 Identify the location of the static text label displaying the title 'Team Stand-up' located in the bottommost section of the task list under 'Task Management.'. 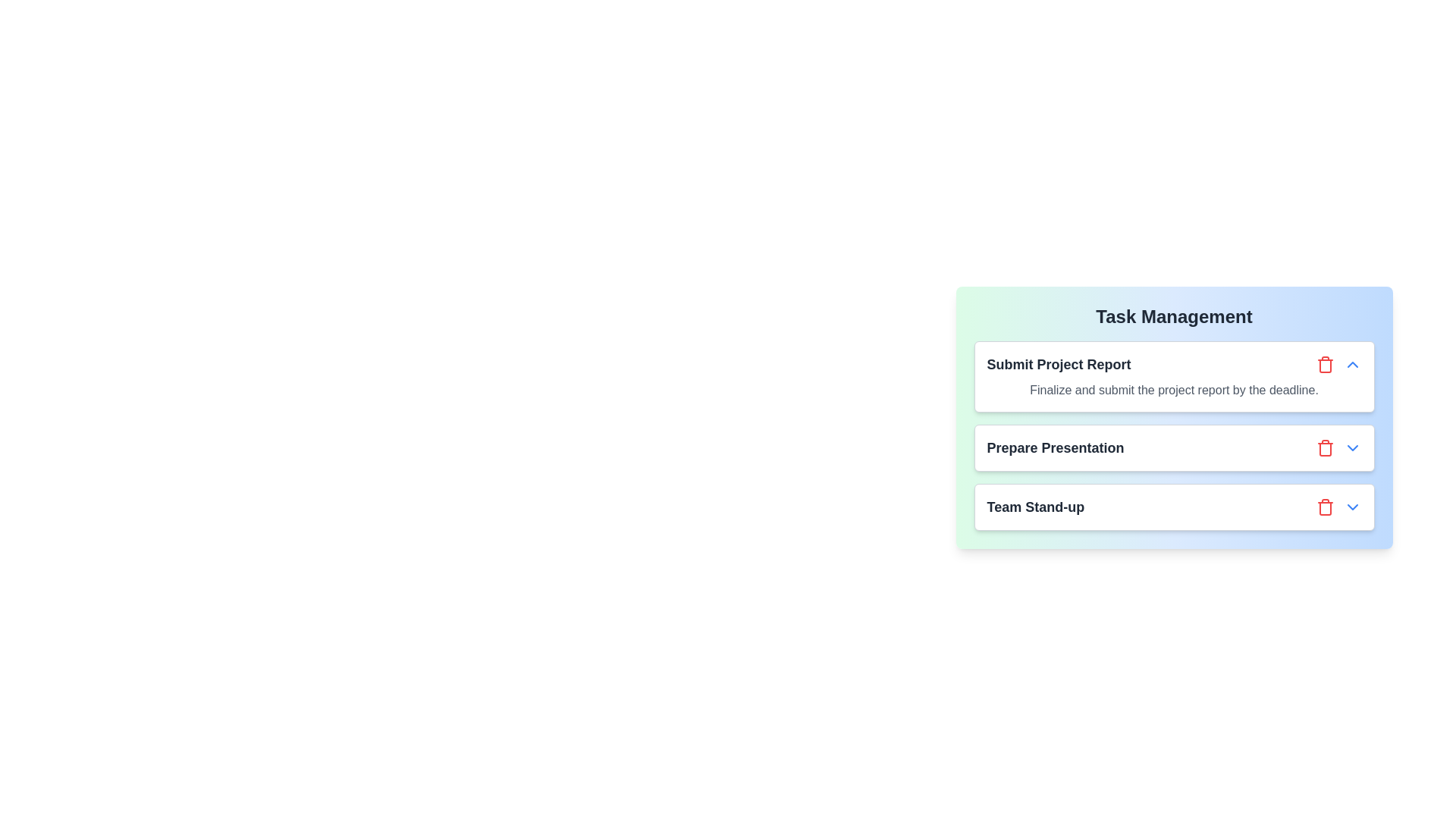
(1034, 507).